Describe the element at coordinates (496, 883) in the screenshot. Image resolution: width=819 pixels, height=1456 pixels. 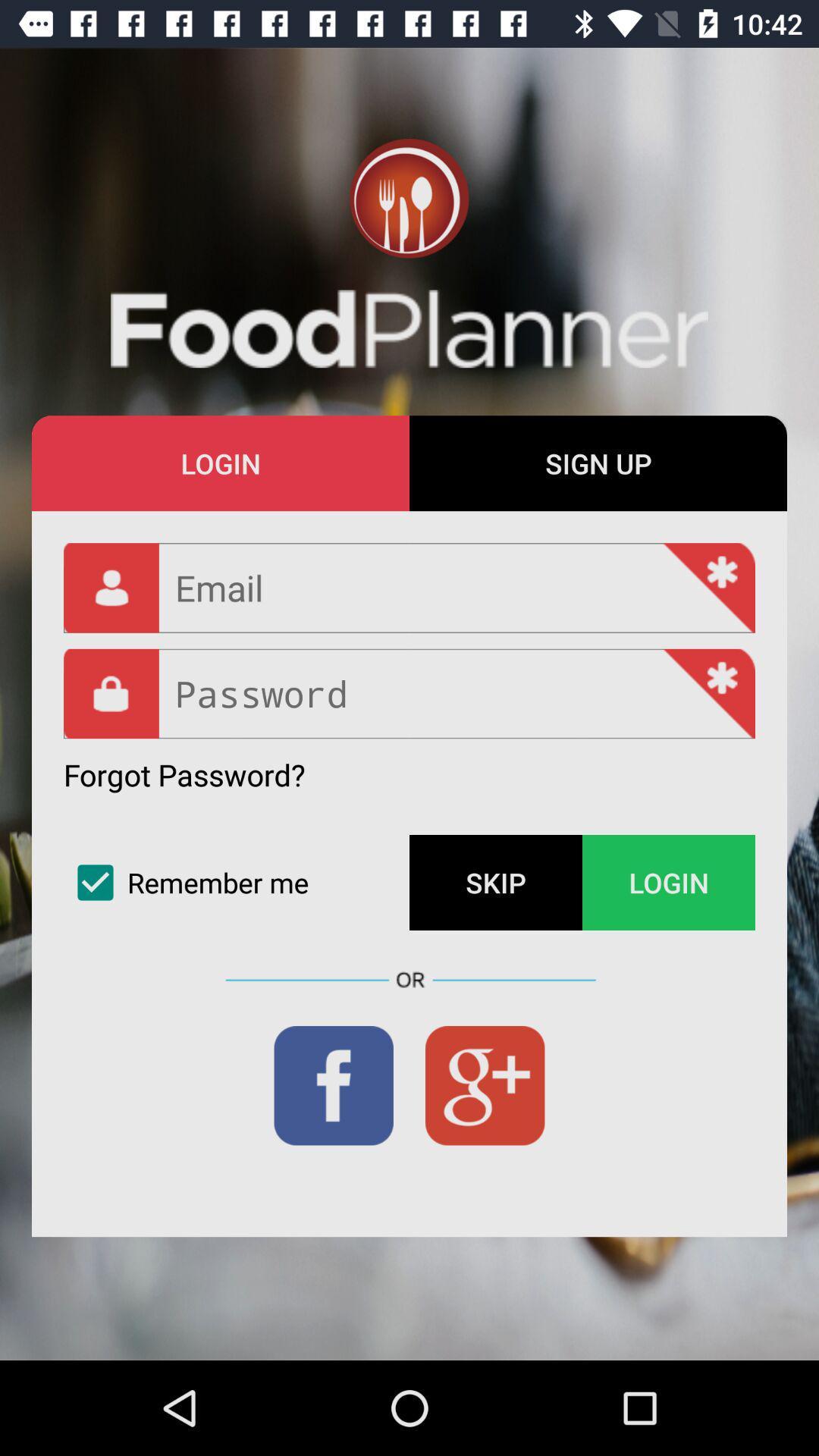
I see `the item to the left of login item` at that location.